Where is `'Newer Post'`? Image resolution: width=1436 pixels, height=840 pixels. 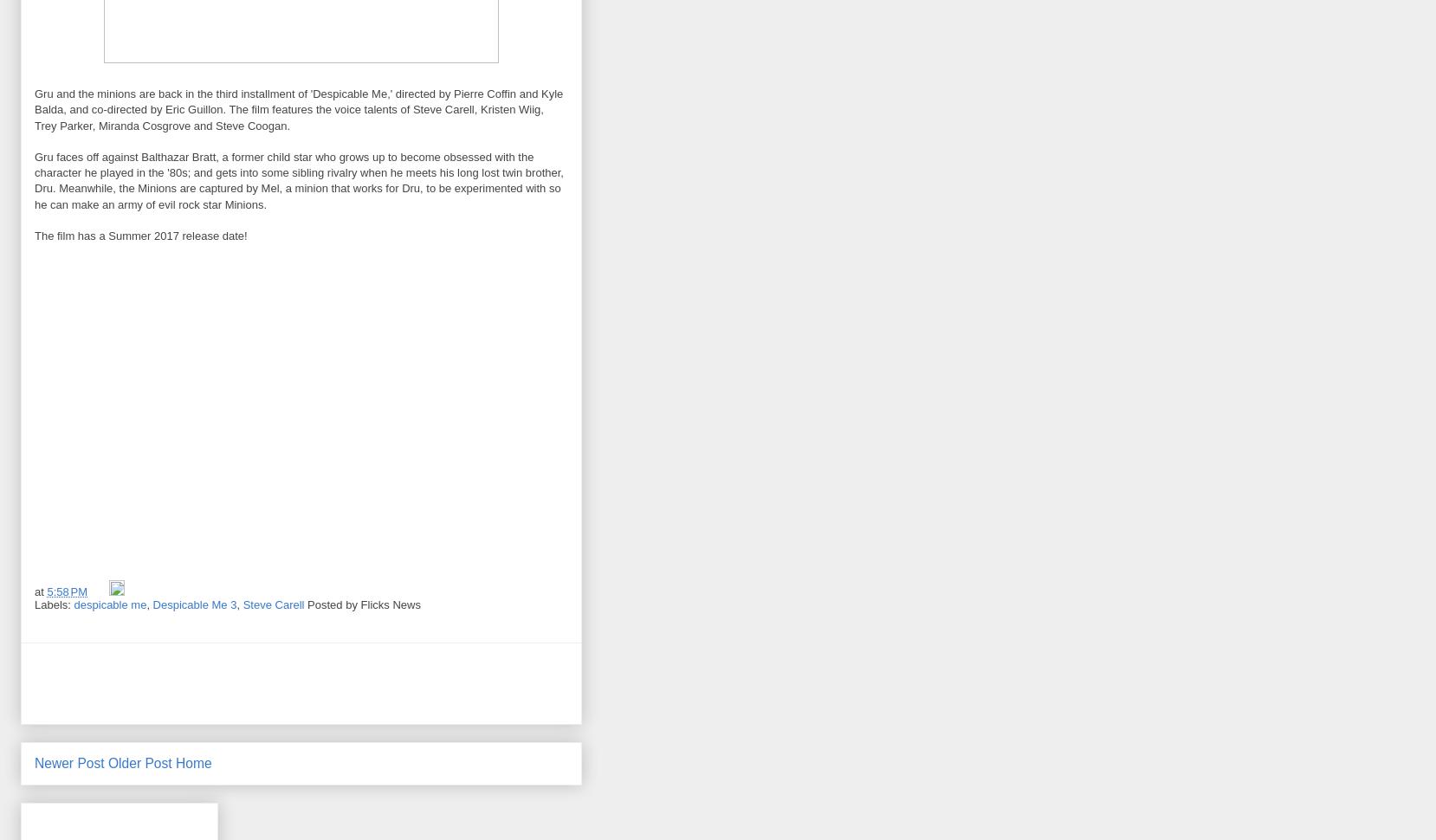 'Newer Post' is located at coordinates (33, 762).